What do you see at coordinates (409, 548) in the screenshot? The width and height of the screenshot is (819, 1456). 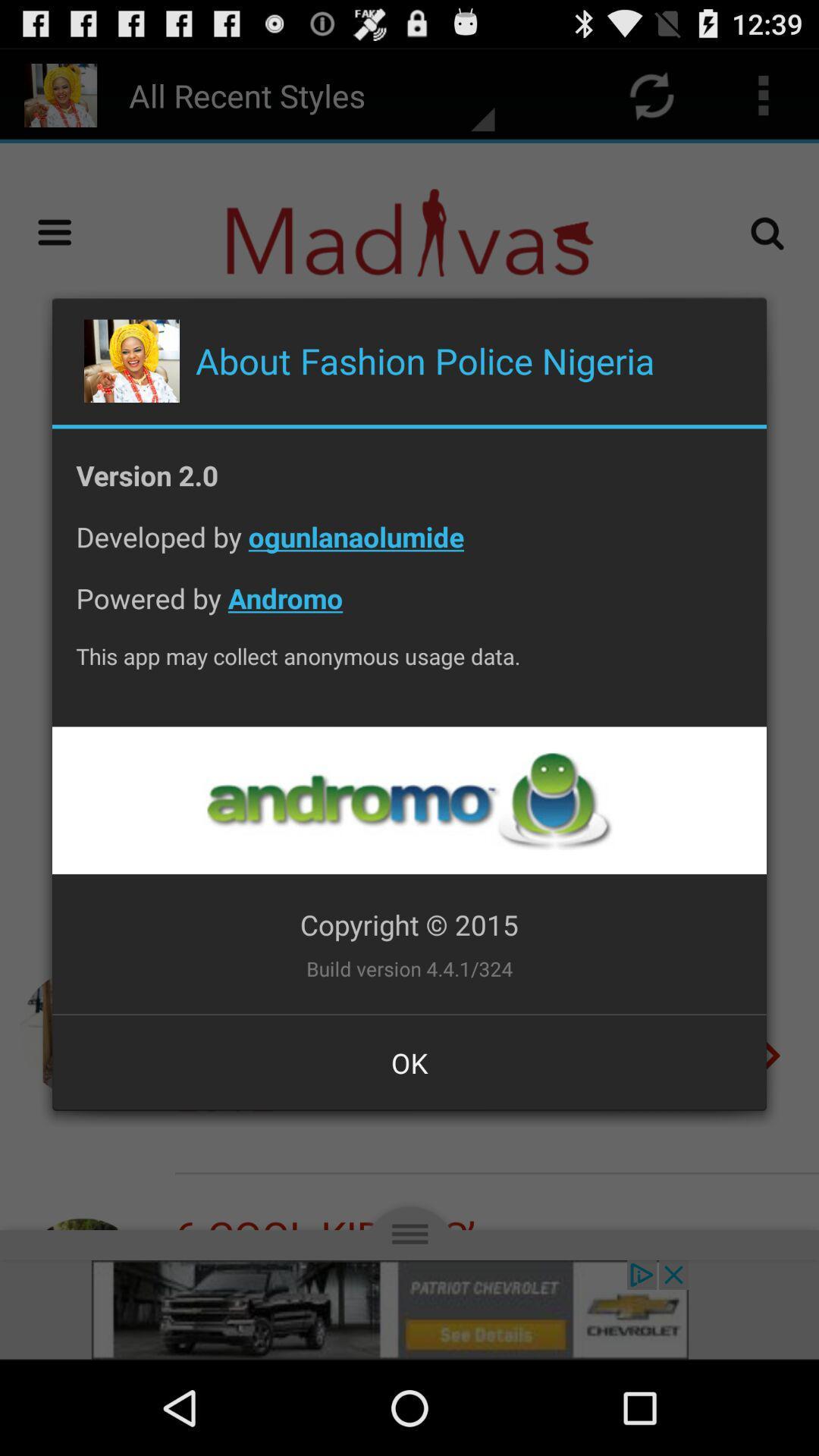 I see `developed by ogunlanaolumide app` at bounding box center [409, 548].